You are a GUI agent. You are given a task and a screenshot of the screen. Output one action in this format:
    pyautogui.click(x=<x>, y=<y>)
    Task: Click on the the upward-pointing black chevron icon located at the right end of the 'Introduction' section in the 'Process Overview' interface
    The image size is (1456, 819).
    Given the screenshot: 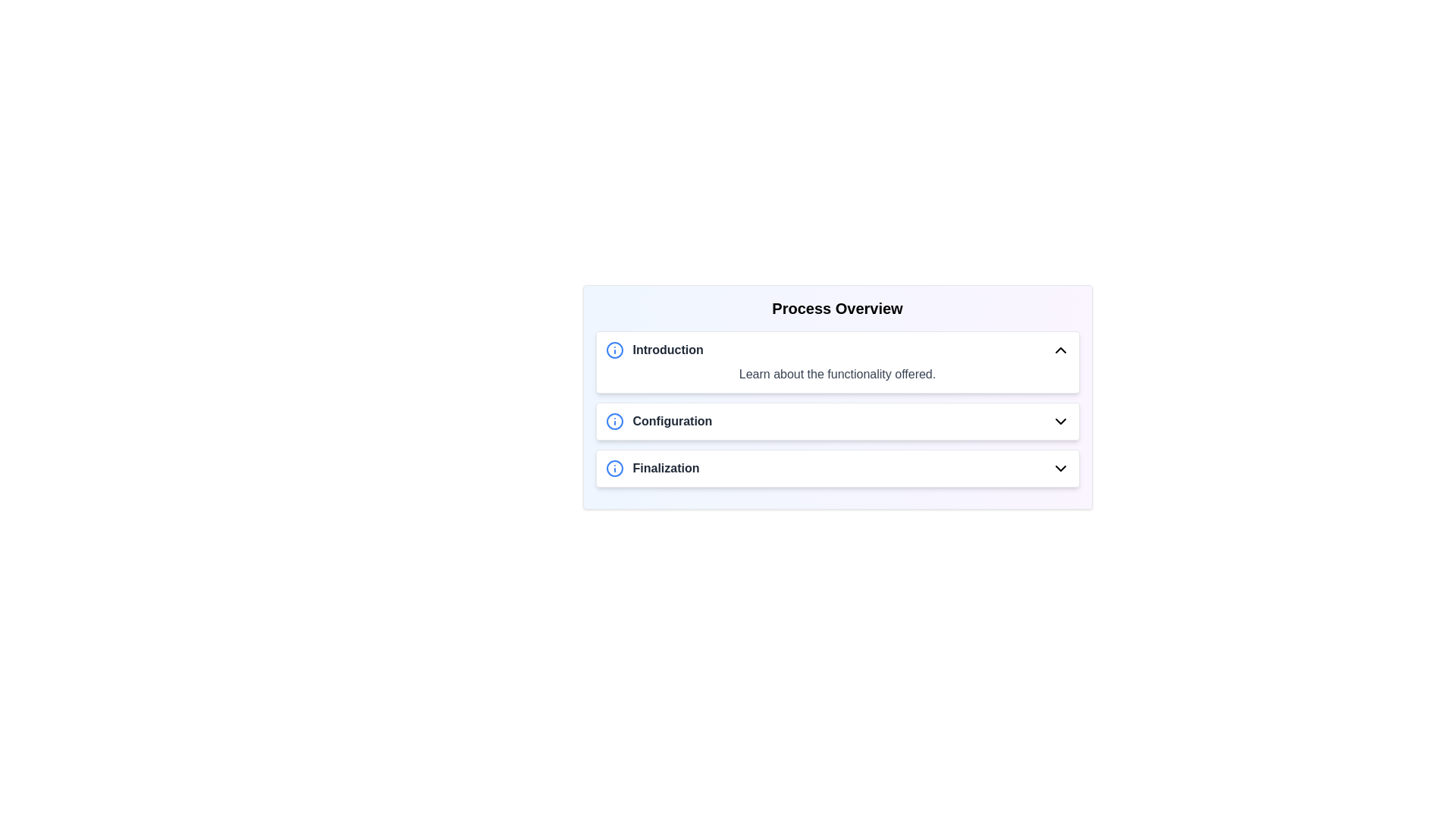 What is the action you would take?
    pyautogui.click(x=1059, y=350)
    